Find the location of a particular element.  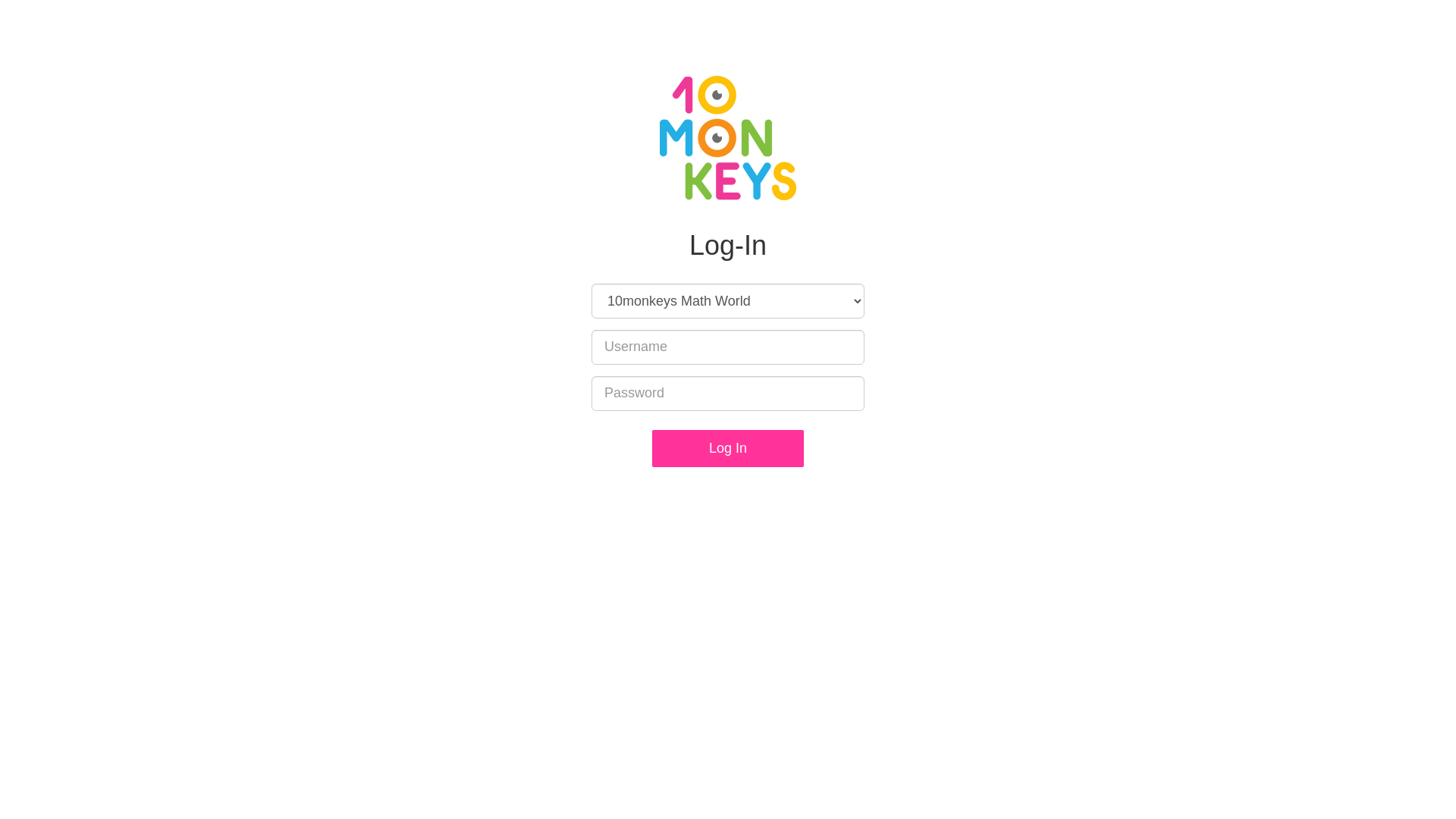

'Log In' is located at coordinates (728, 447).